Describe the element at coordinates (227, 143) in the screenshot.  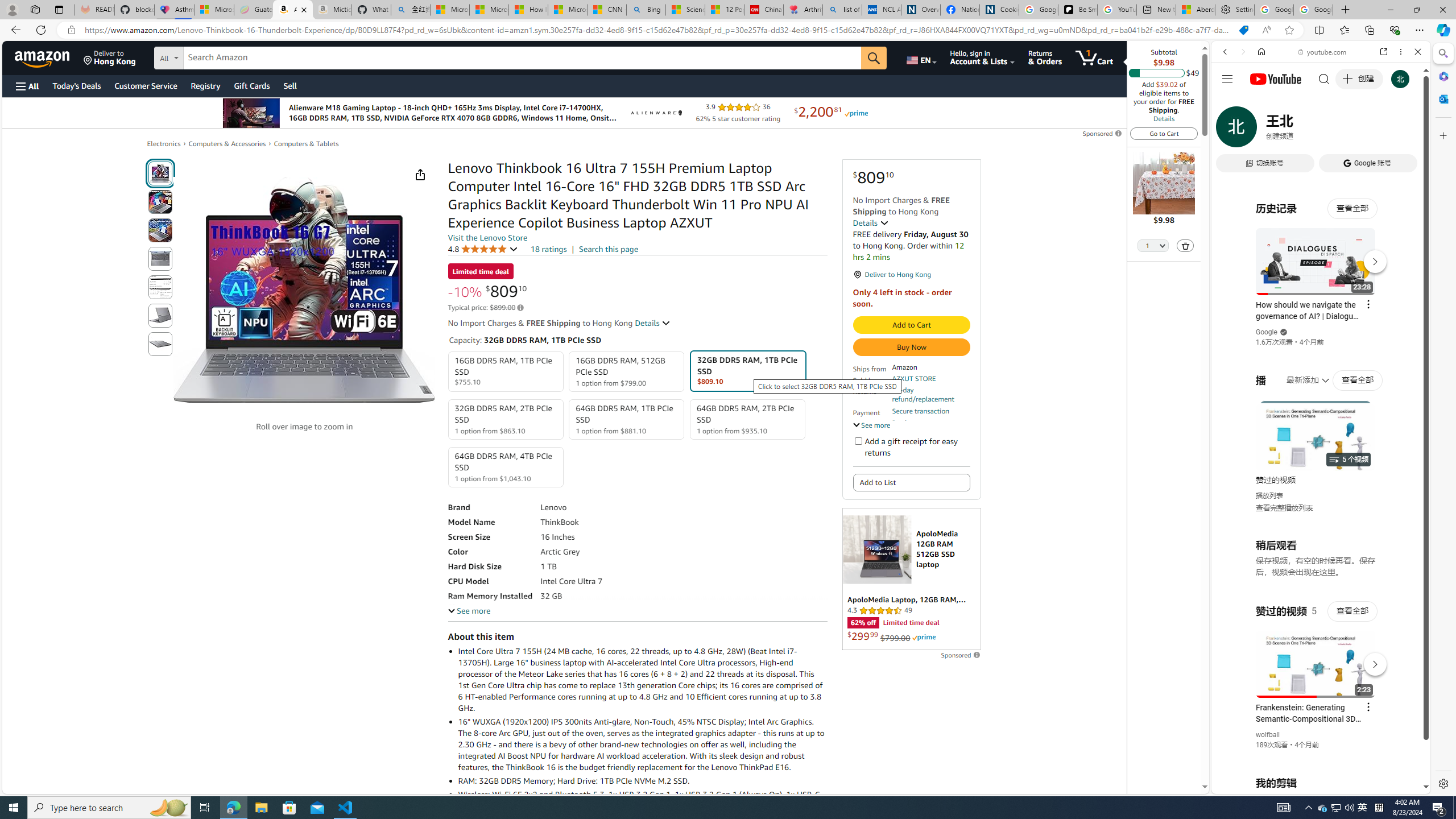
I see `'Computers & Accessories'` at that location.